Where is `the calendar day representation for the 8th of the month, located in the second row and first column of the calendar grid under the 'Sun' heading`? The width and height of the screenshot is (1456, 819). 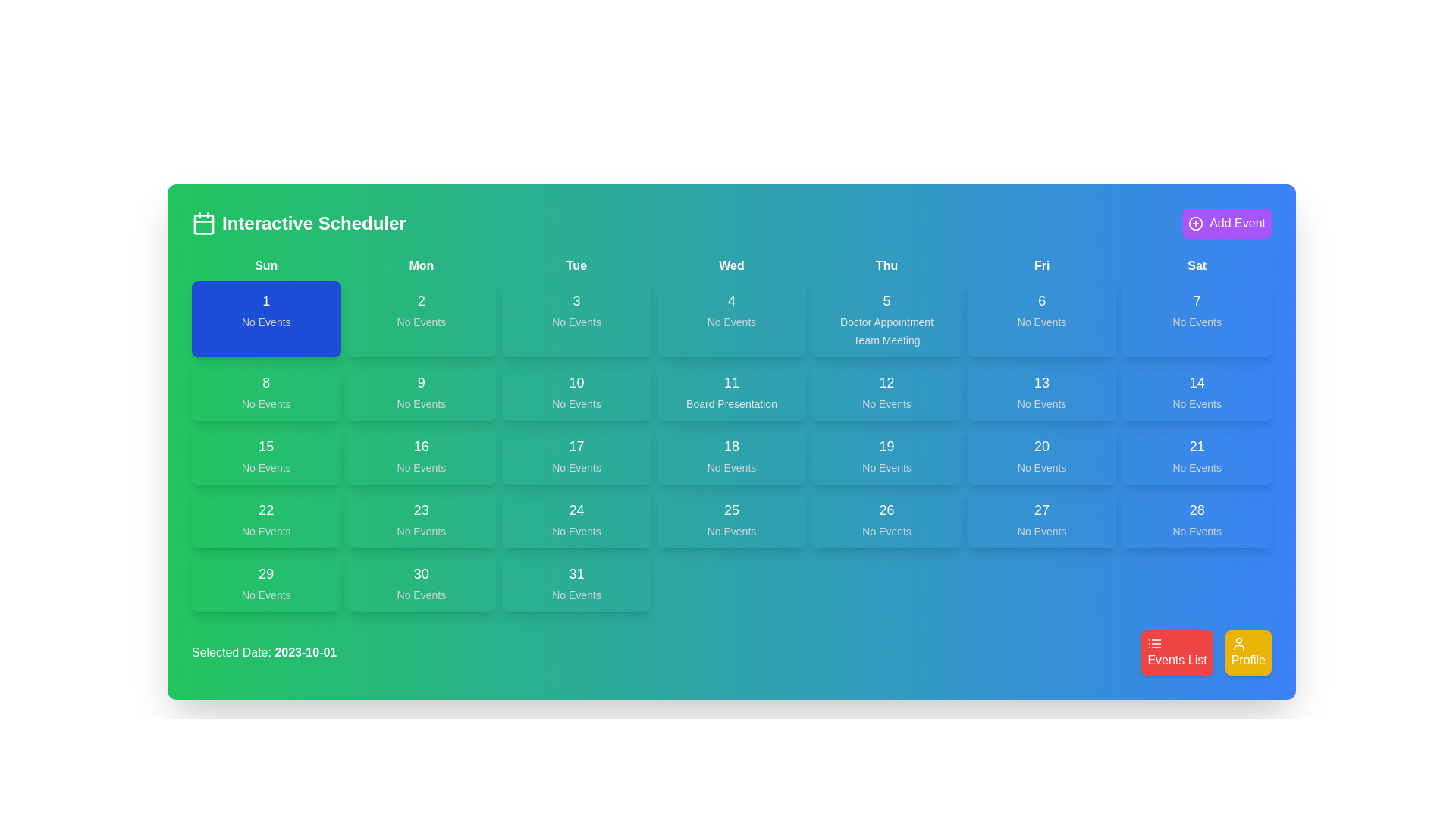 the calendar day representation for the 8th of the month, located in the second row and first column of the calendar grid under the 'Sun' heading is located at coordinates (266, 391).